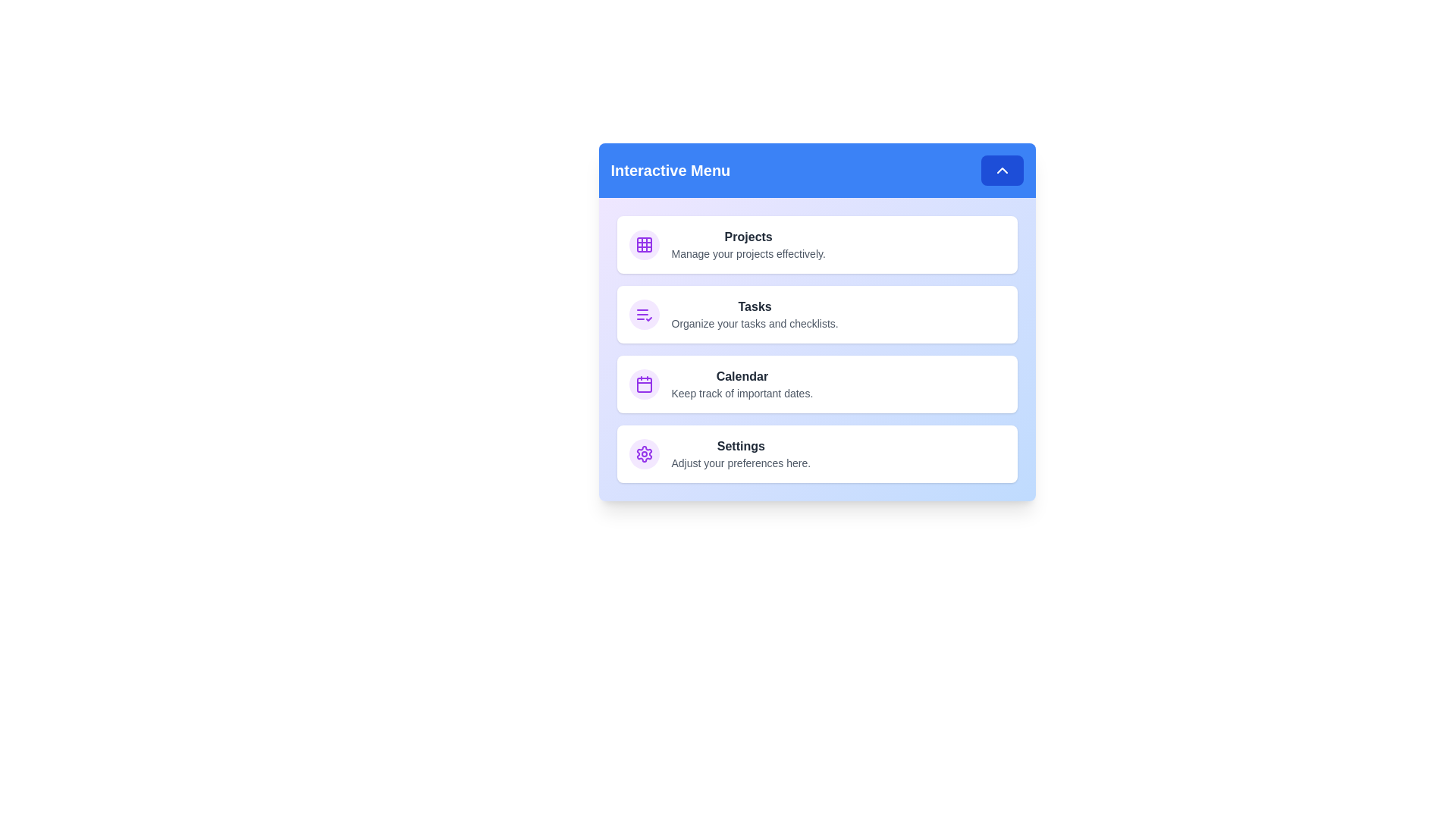 The image size is (1456, 819). Describe the element at coordinates (816, 244) in the screenshot. I see `the menu item Projects to display its hover state` at that location.